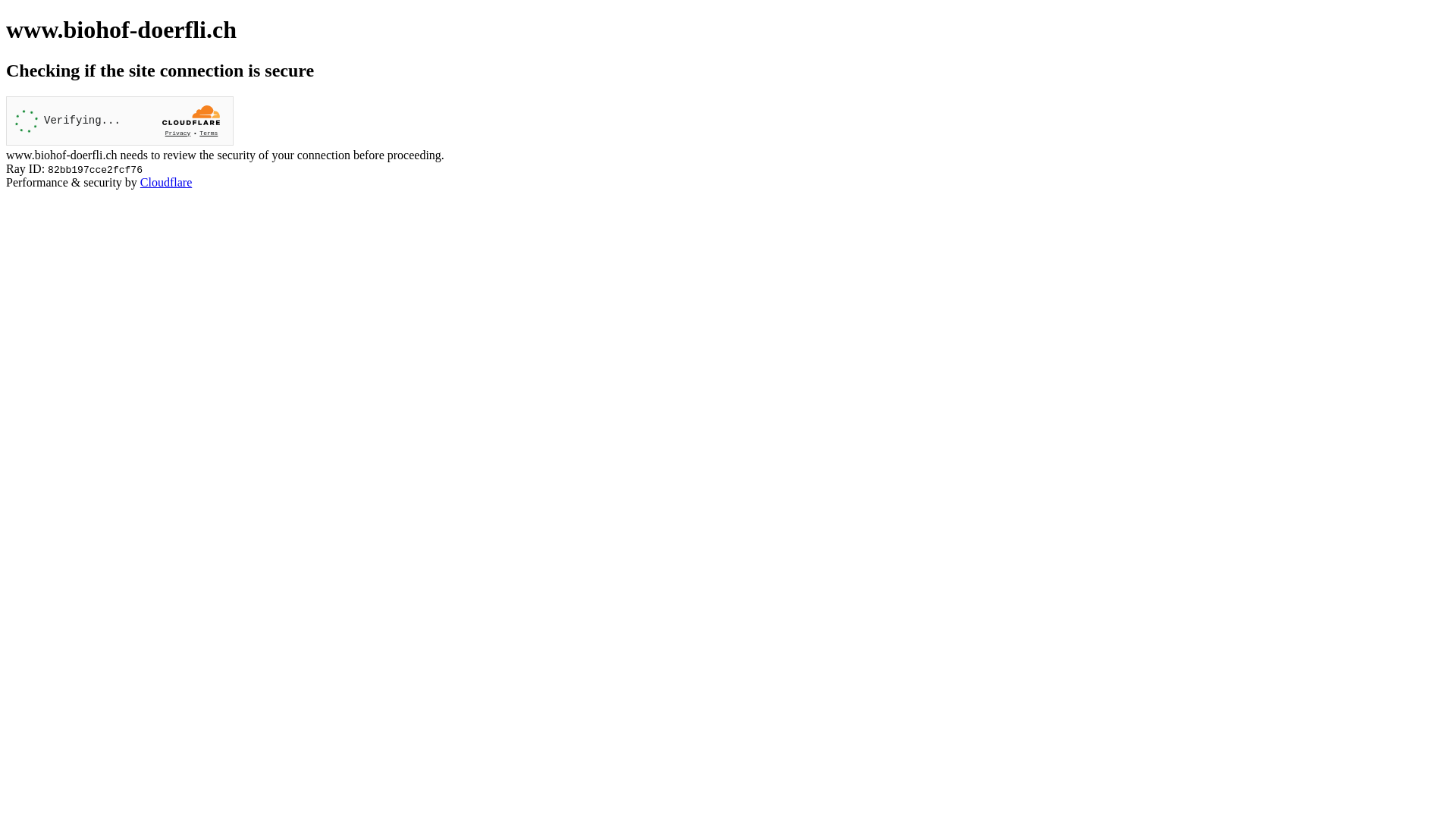 The image size is (1456, 819). I want to click on 'Widget containing a Cloudflare security challenge', so click(119, 120).